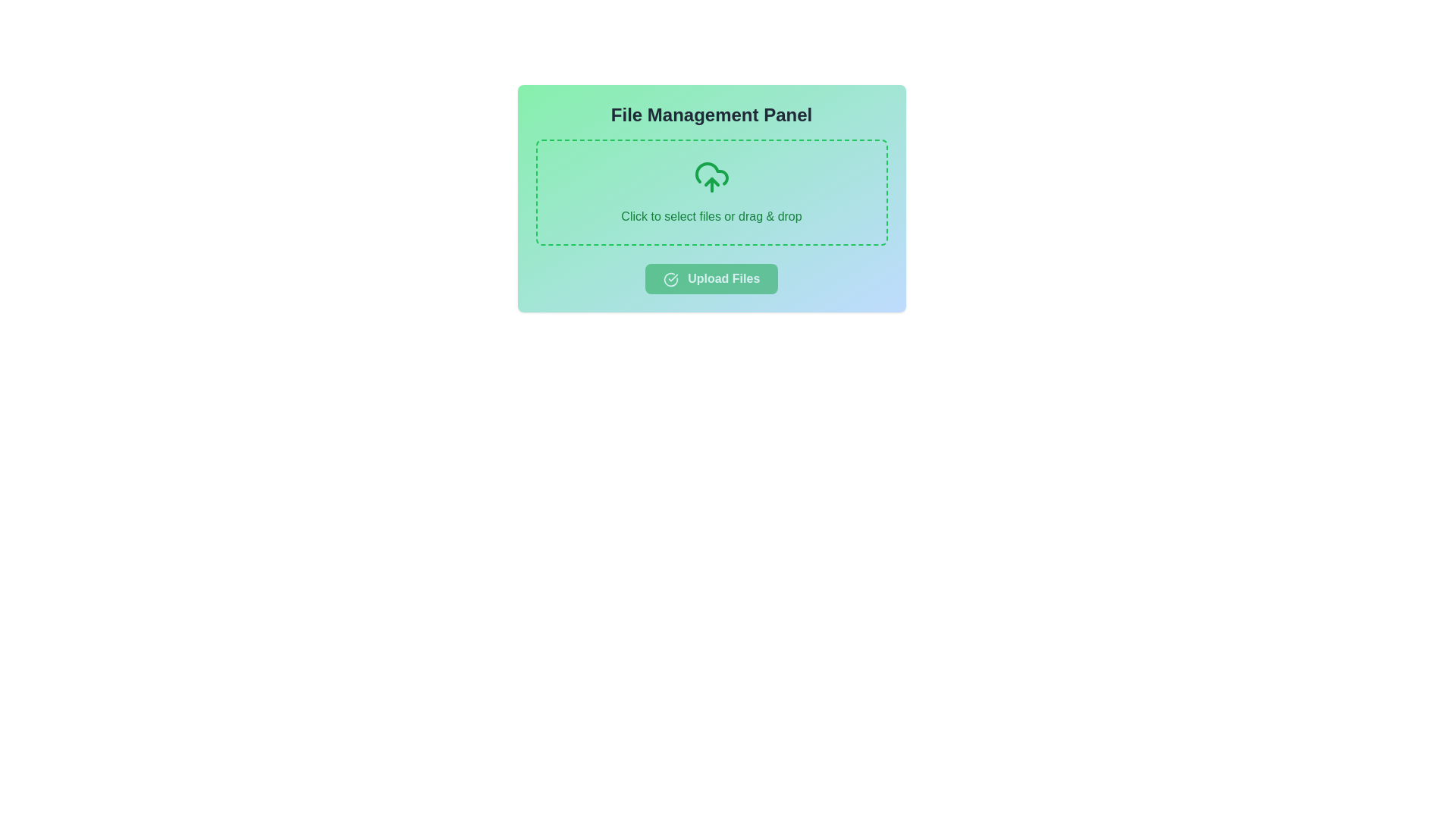 The image size is (1456, 819). Describe the element at coordinates (711, 192) in the screenshot. I see `the Dropzone element, which is a rectangular area with a green dashed border and a cloud icon with an upload arrow` at that location.